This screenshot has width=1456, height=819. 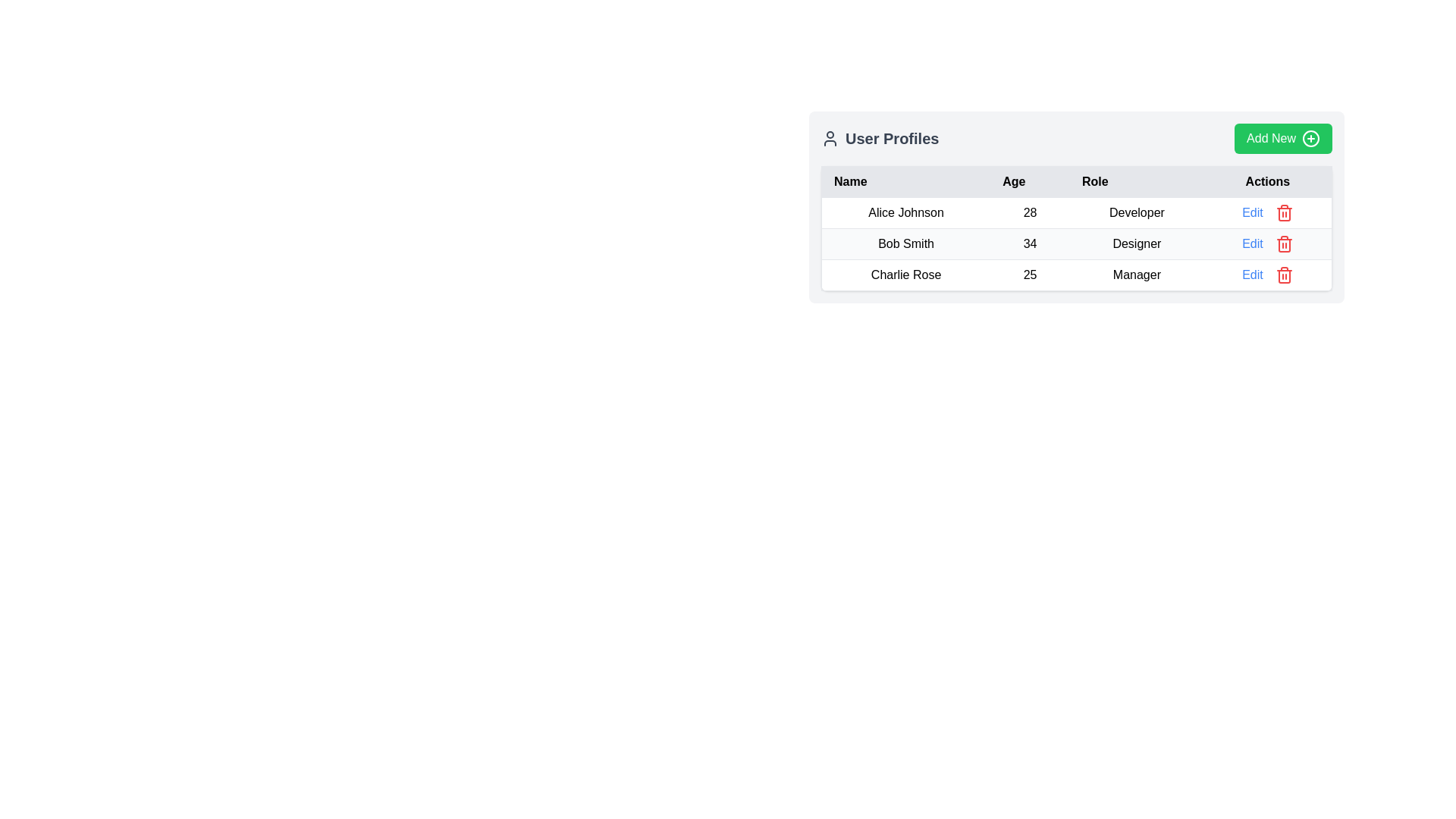 I want to click on the 'Edit' link in the Action button group located in the 'Actions' column of the first row under 'User Profiles' to trigger its hover state, so click(x=1267, y=213).